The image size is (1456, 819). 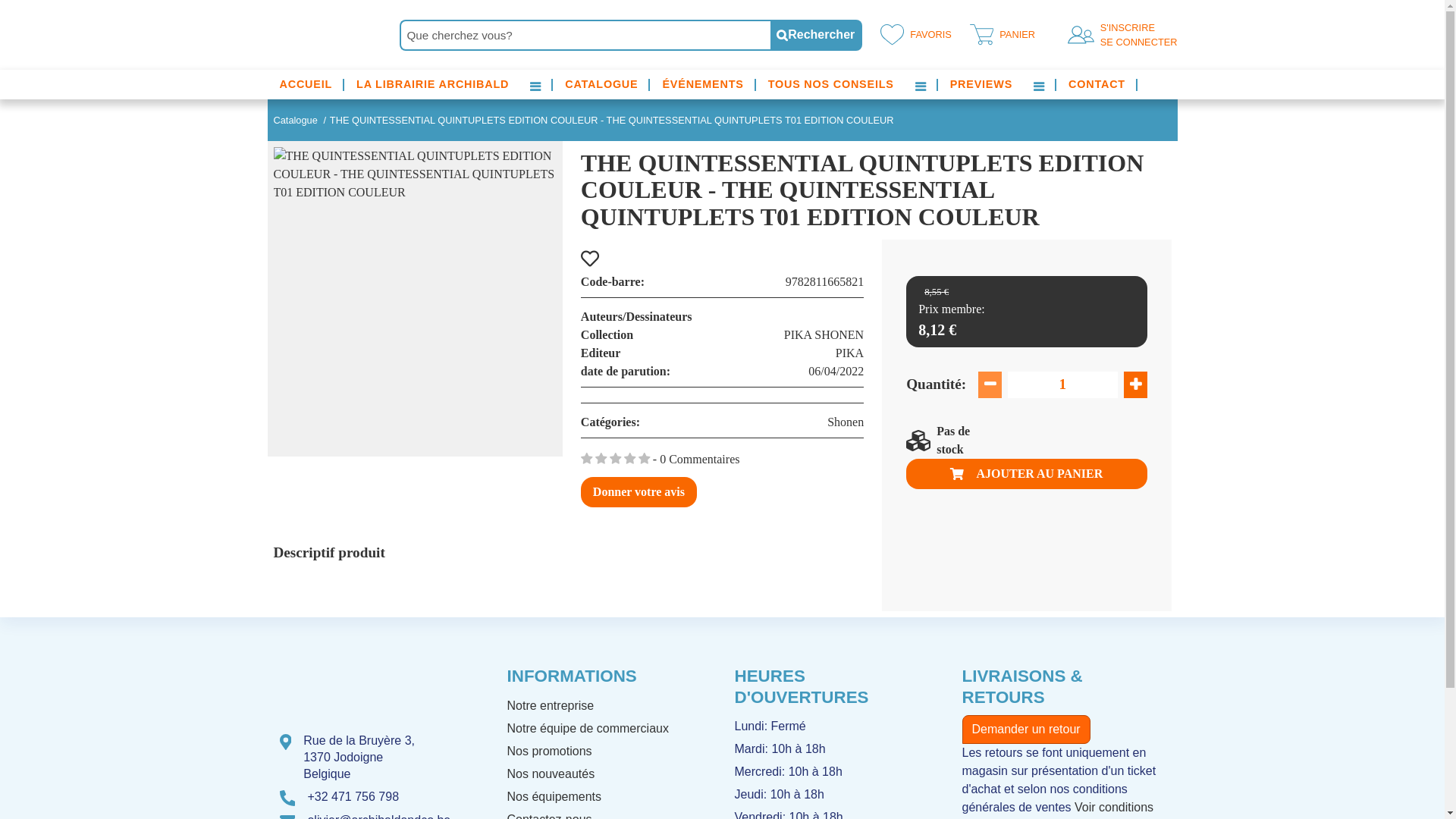 What do you see at coordinates (548, 751) in the screenshot?
I see `'Nos promotions'` at bounding box center [548, 751].